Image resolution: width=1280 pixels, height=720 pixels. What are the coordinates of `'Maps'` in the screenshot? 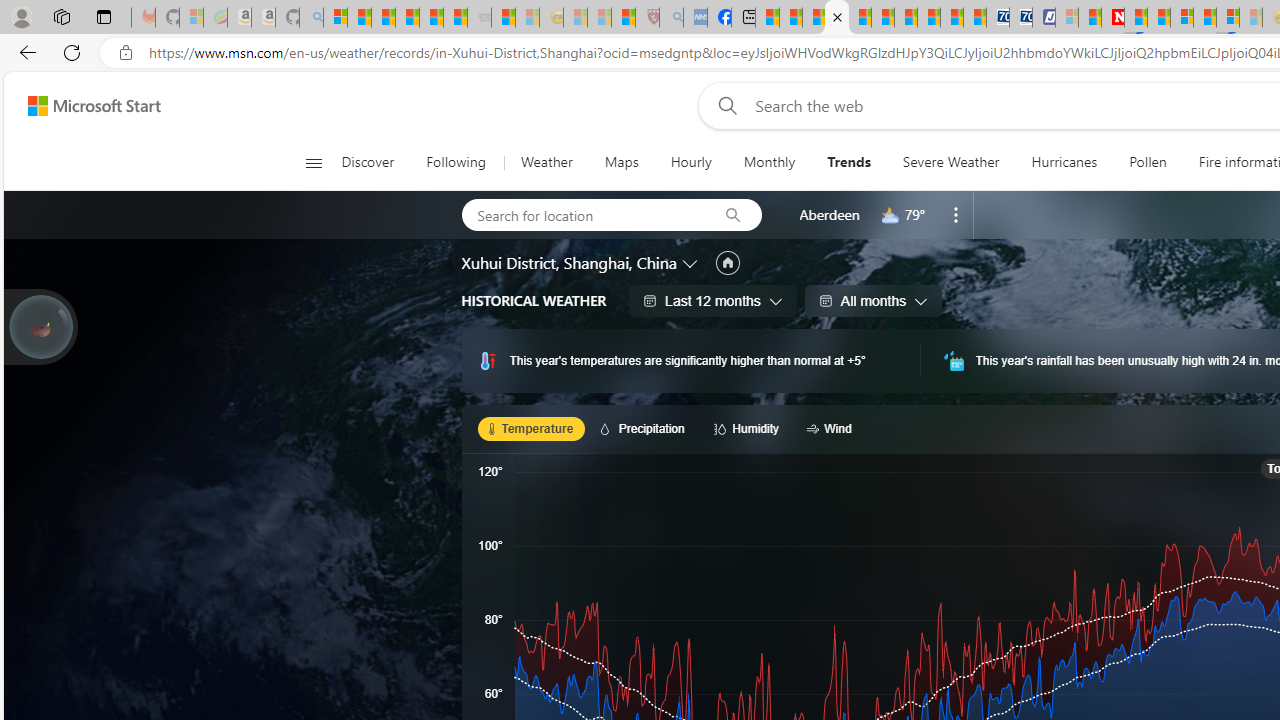 It's located at (620, 162).